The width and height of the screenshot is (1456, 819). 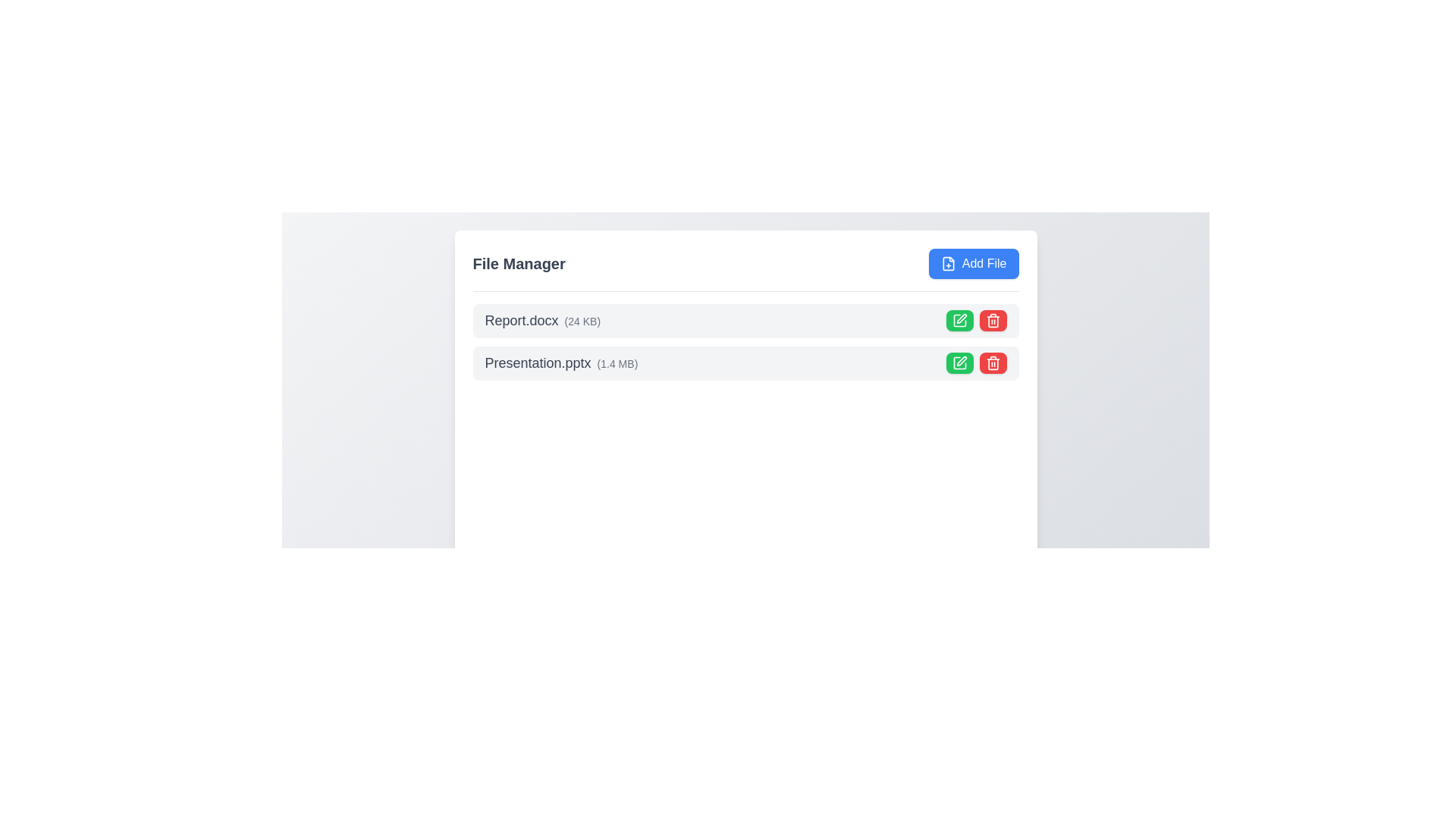 I want to click on the decorative and functional vector graphic icon for the 'Add File' button located at the top-right corner of the interface, so click(x=947, y=262).